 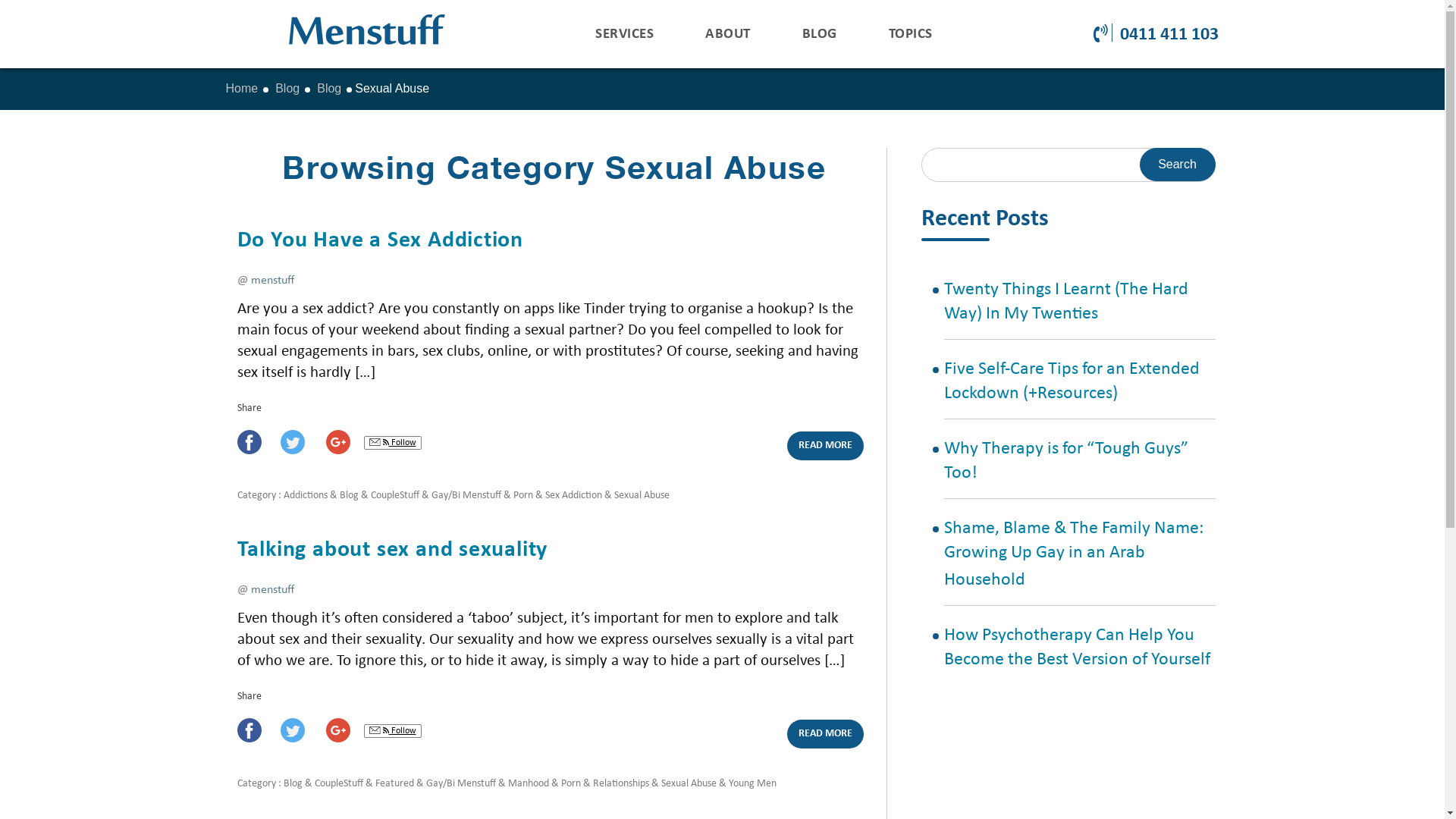 What do you see at coordinates (288, 88) in the screenshot?
I see `'Blog'` at bounding box center [288, 88].